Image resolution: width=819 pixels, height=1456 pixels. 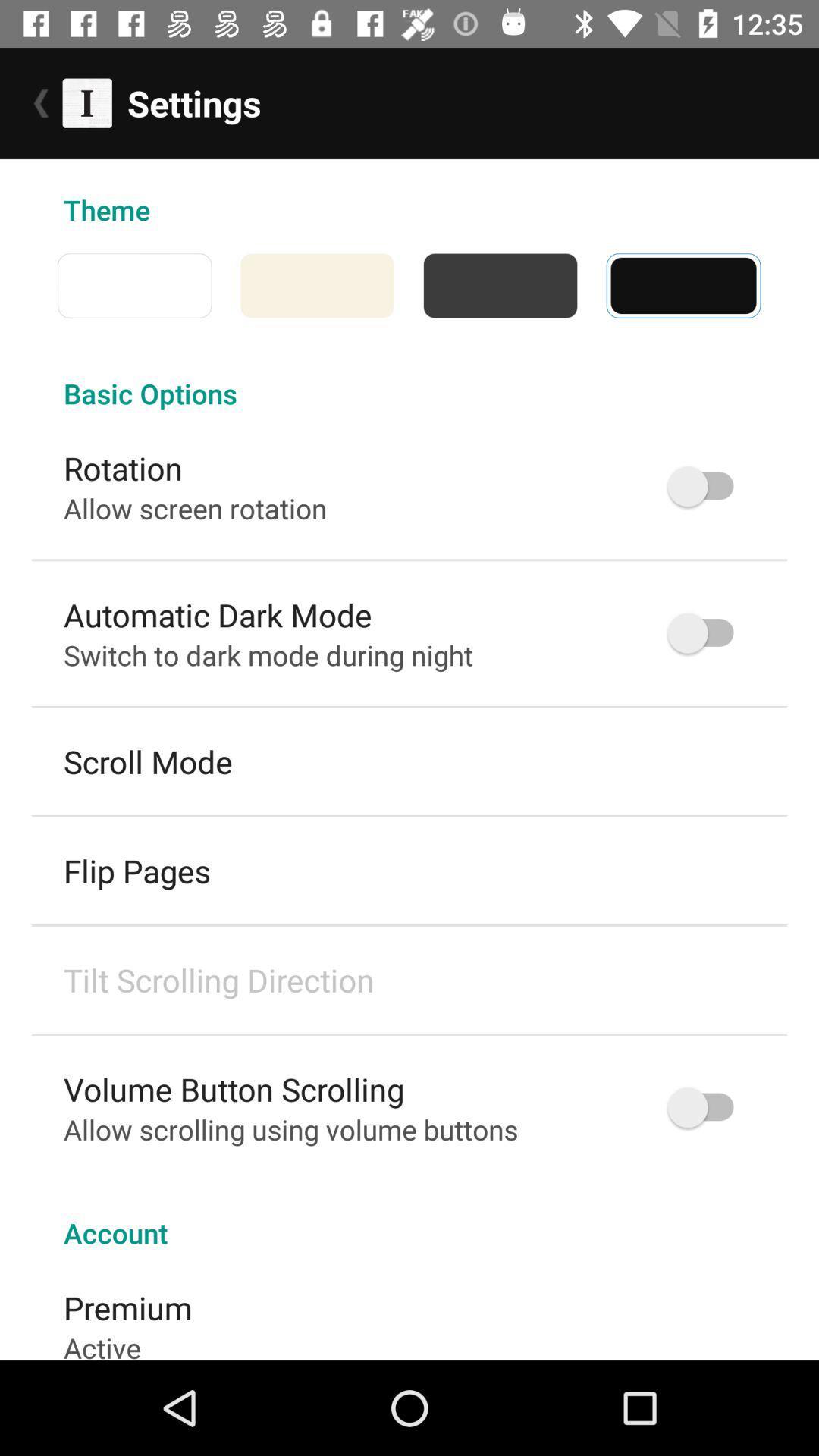 What do you see at coordinates (290, 1129) in the screenshot?
I see `the allow scrolling using icon` at bounding box center [290, 1129].